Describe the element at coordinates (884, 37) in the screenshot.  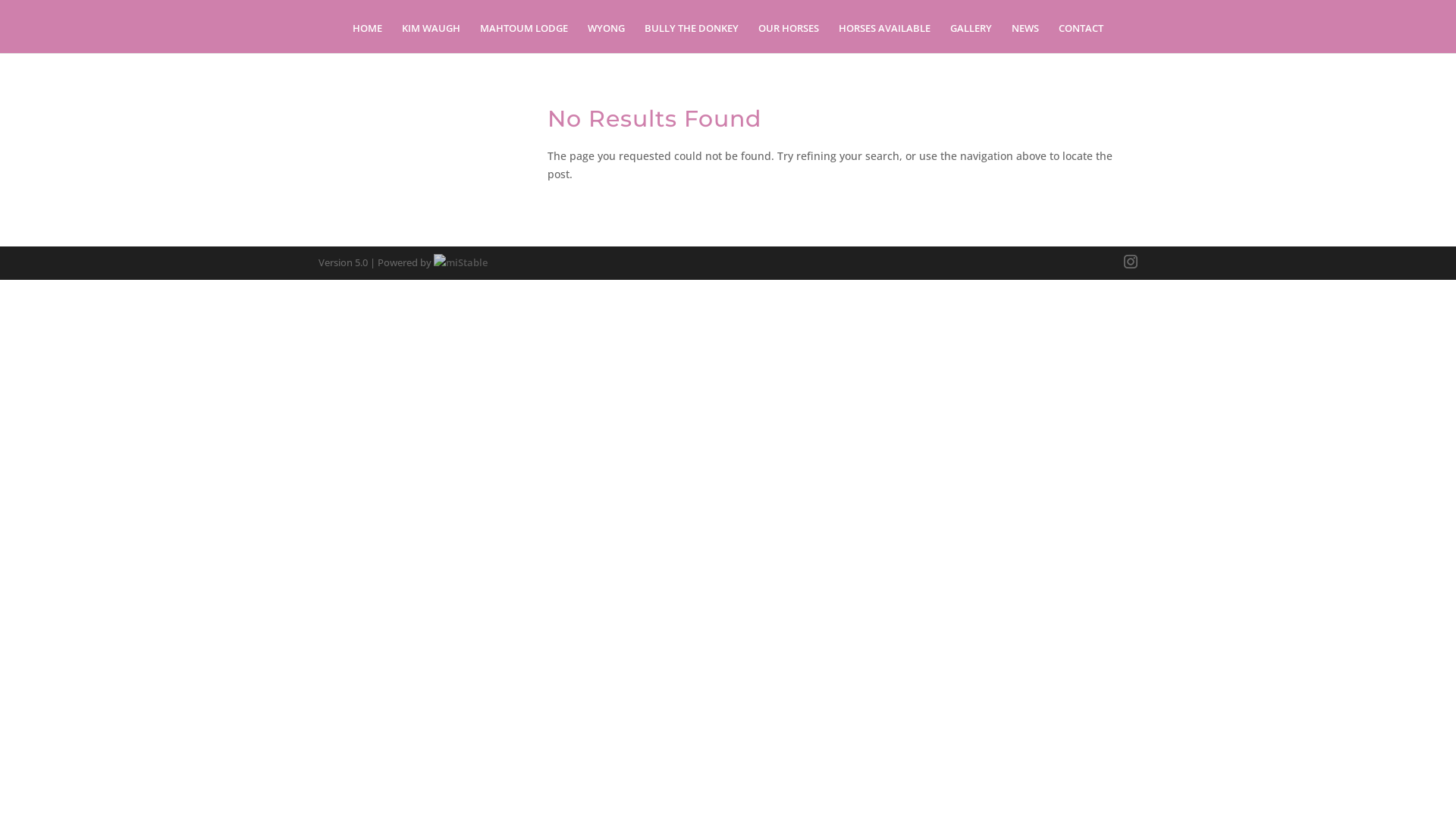
I see `'HORSES AVAILABLE'` at that location.